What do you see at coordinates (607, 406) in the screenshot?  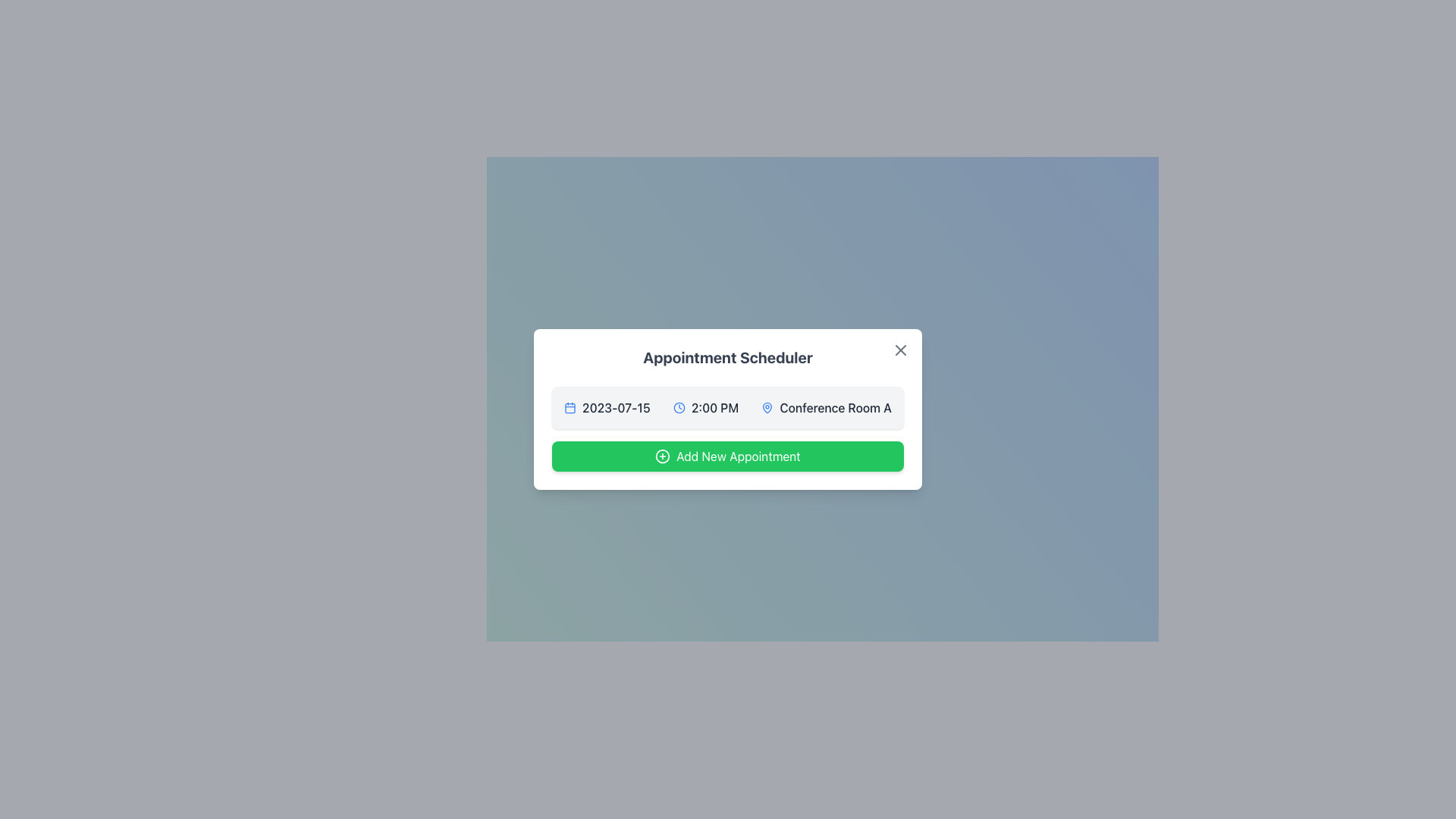 I see `the Label with Icon that displays the scheduled appointment date, located at the top-left portion of the card interface` at bounding box center [607, 406].